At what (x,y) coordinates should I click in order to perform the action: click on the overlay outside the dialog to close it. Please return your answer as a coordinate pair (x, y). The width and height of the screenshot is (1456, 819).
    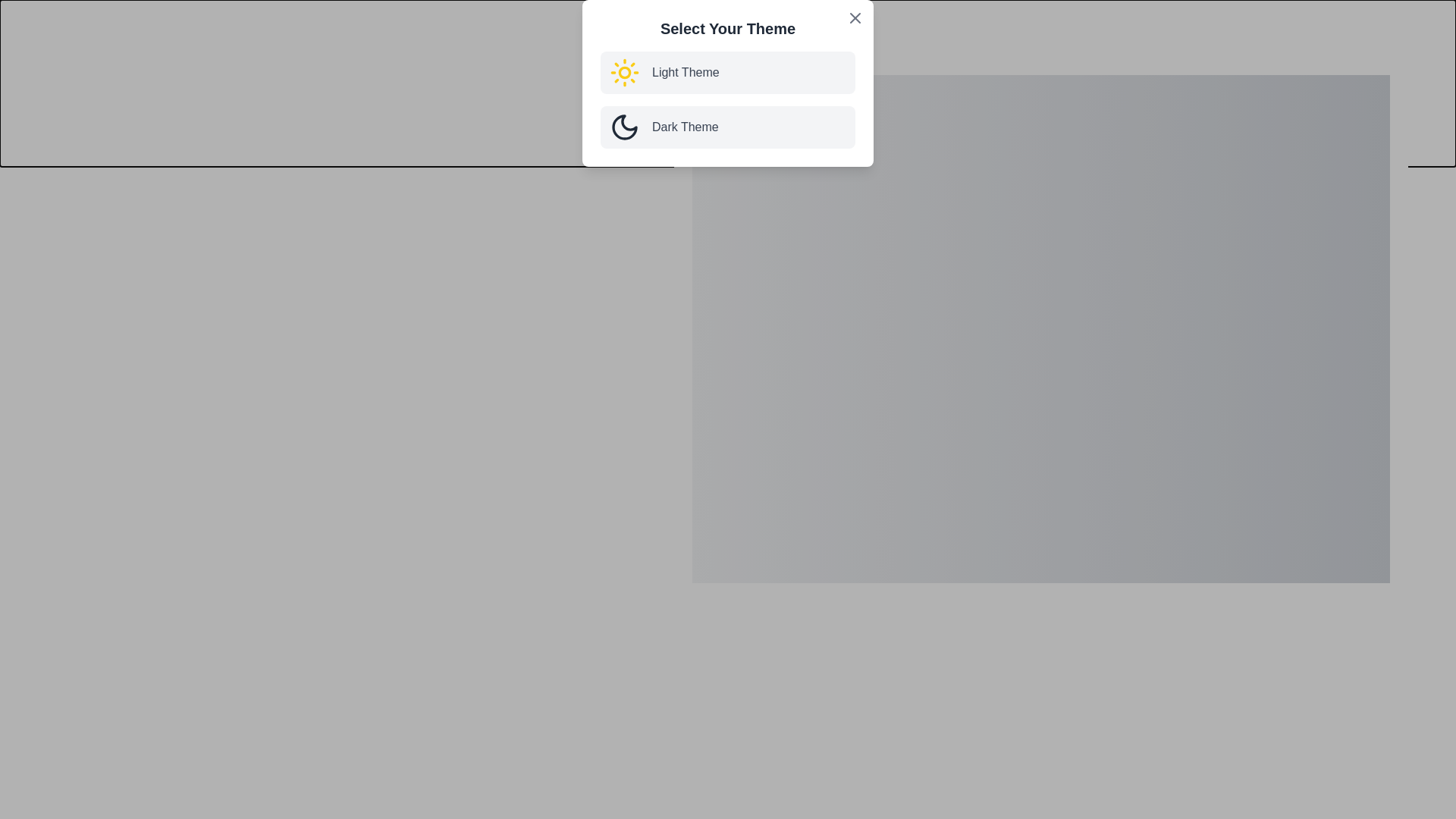
    Looking at the image, I should click on (378, 378).